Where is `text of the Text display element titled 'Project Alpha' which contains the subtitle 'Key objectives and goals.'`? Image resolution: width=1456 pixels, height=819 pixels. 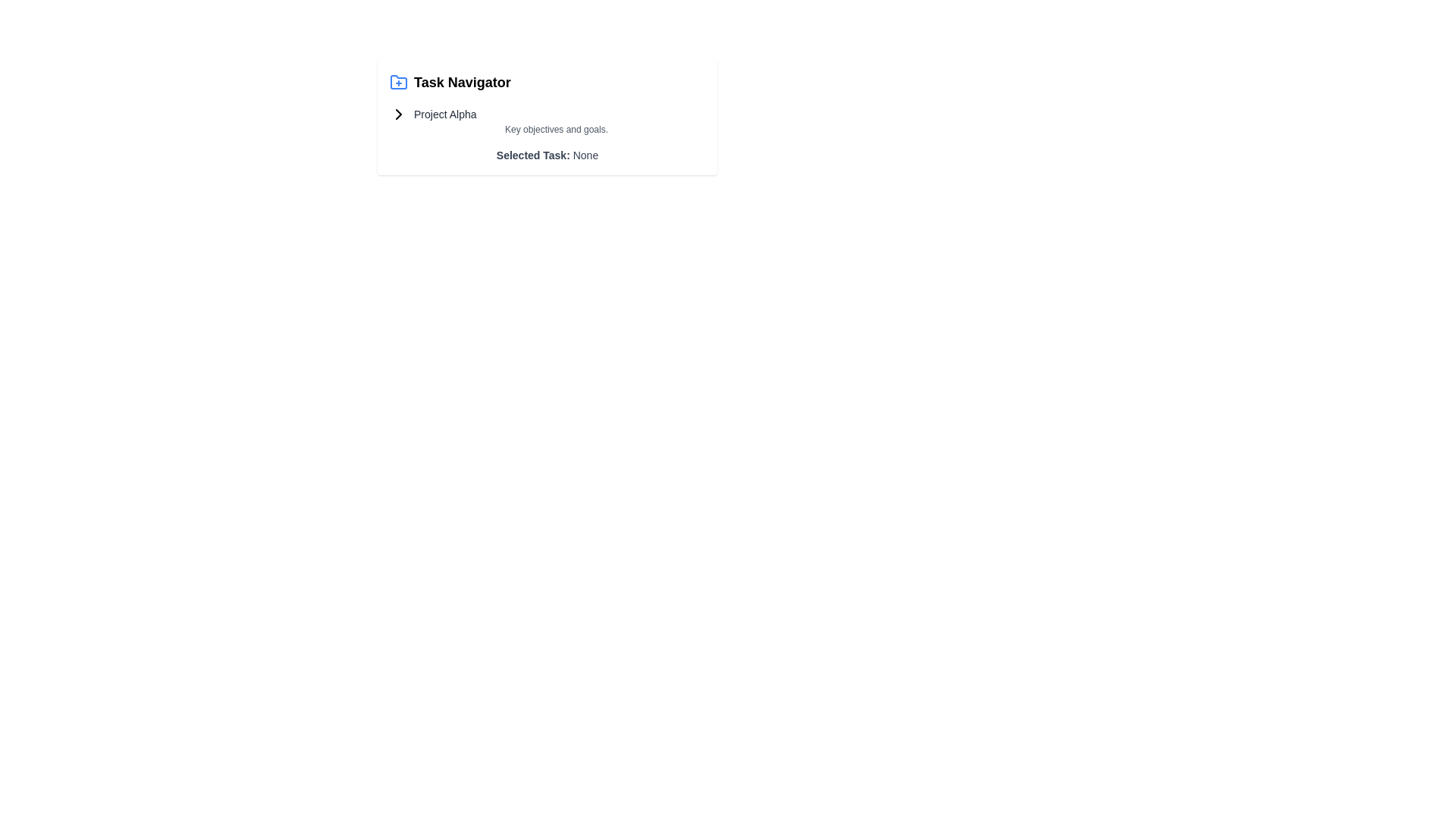
text of the Text display element titled 'Project Alpha' which contains the subtitle 'Key objectives and goals.' is located at coordinates (546, 119).